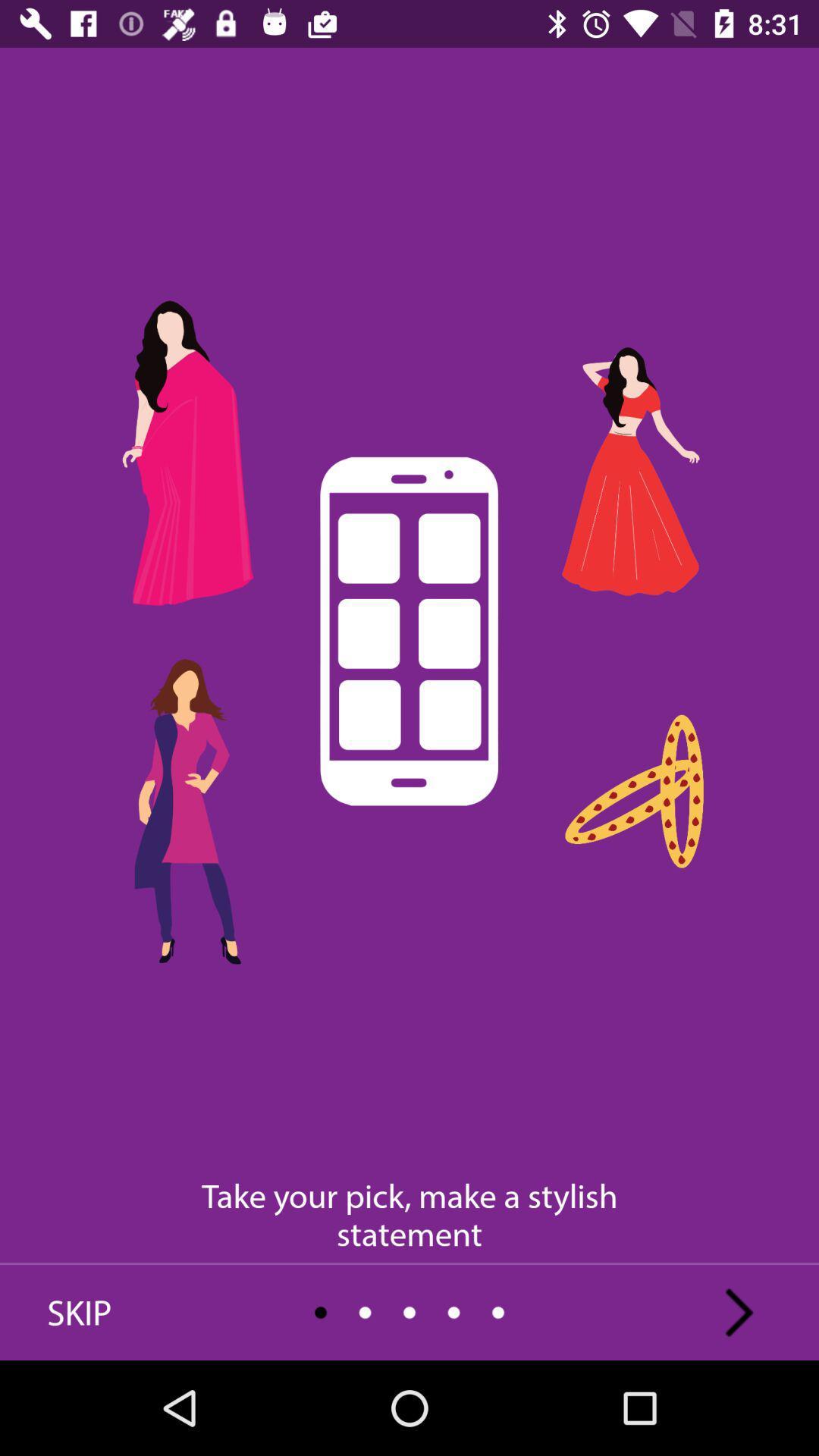 The image size is (819, 1456). Describe the element at coordinates (79, 1312) in the screenshot. I see `the skip icon` at that location.